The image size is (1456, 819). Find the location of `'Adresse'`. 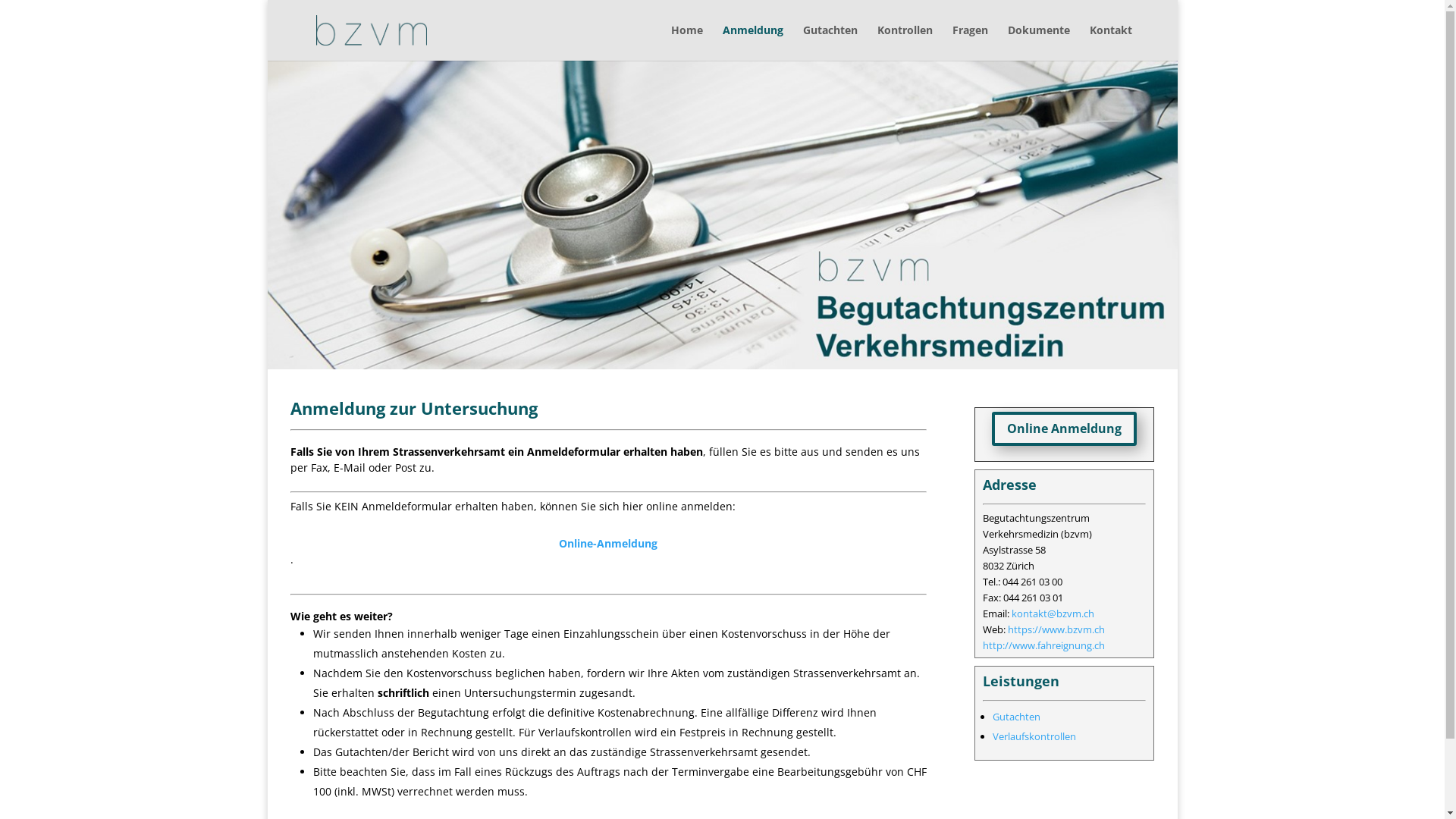

'Adresse' is located at coordinates (983, 485).